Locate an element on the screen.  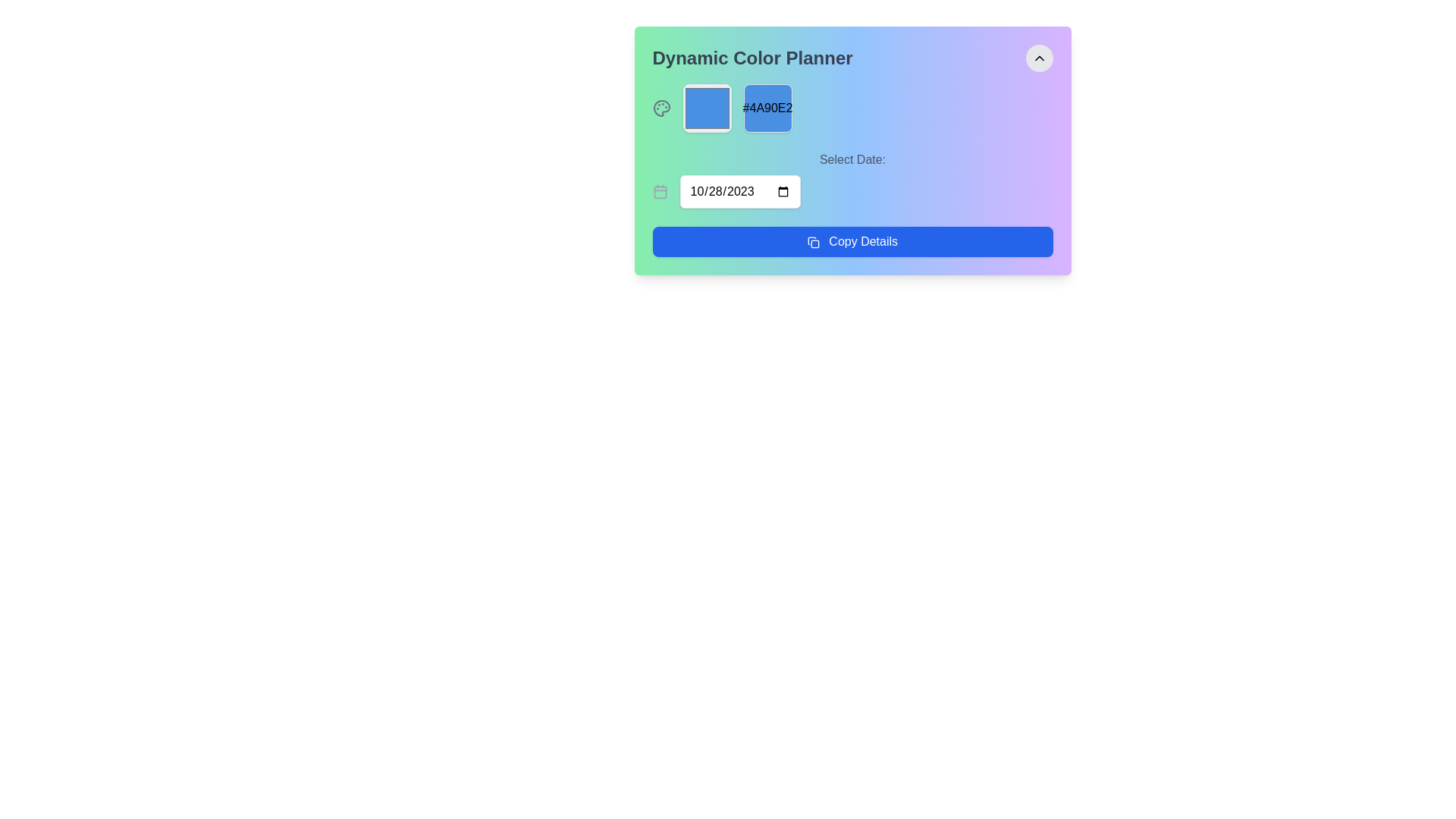
the upward chevron-shaped caret symbol located within a circular button with a light gray background at the top-right corner of the interface is located at coordinates (1038, 58).